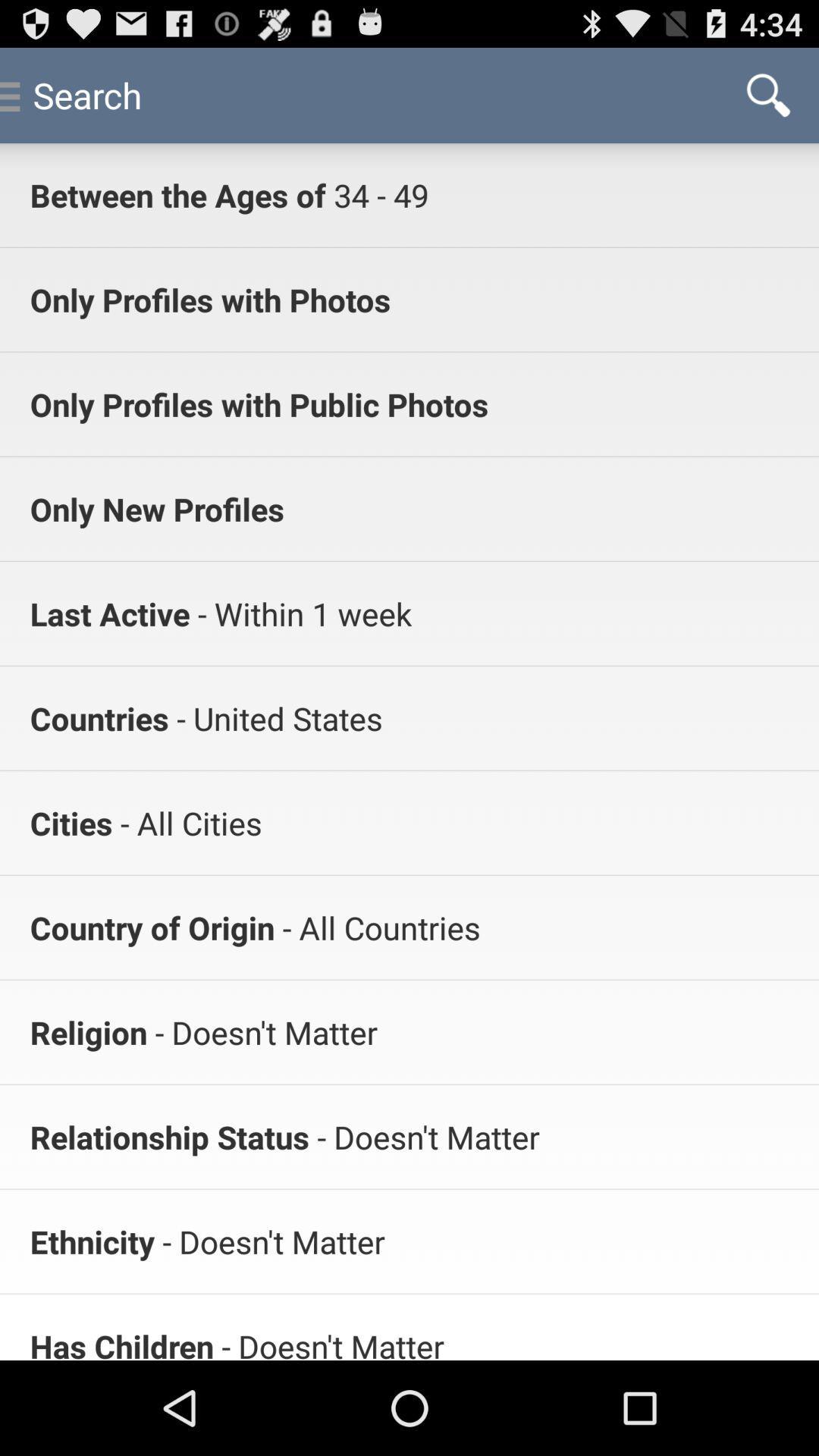 This screenshot has width=819, height=1456. I want to click on the app to the right of between the ages icon, so click(376, 194).